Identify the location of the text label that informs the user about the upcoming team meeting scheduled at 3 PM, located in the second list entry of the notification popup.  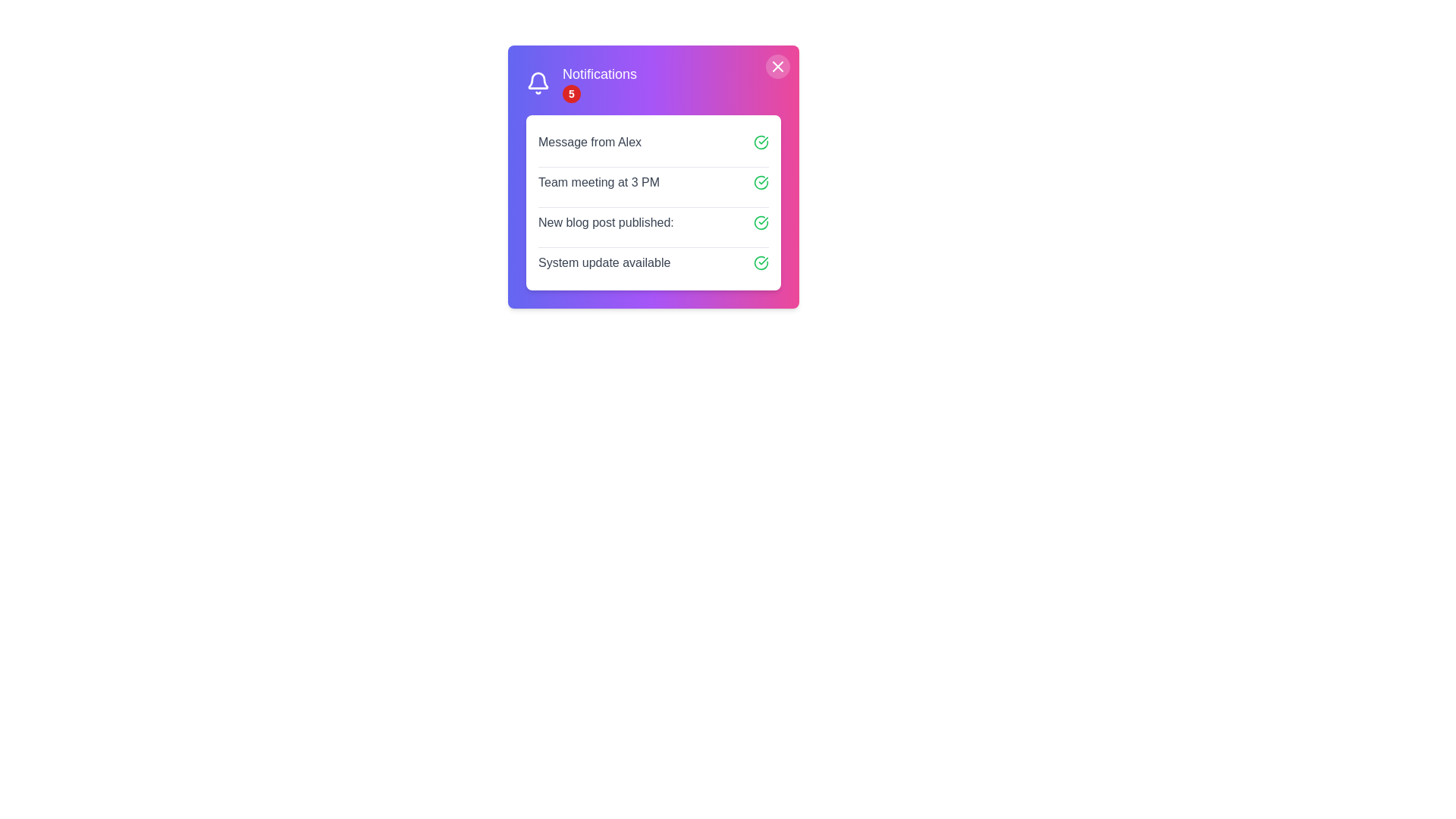
(598, 181).